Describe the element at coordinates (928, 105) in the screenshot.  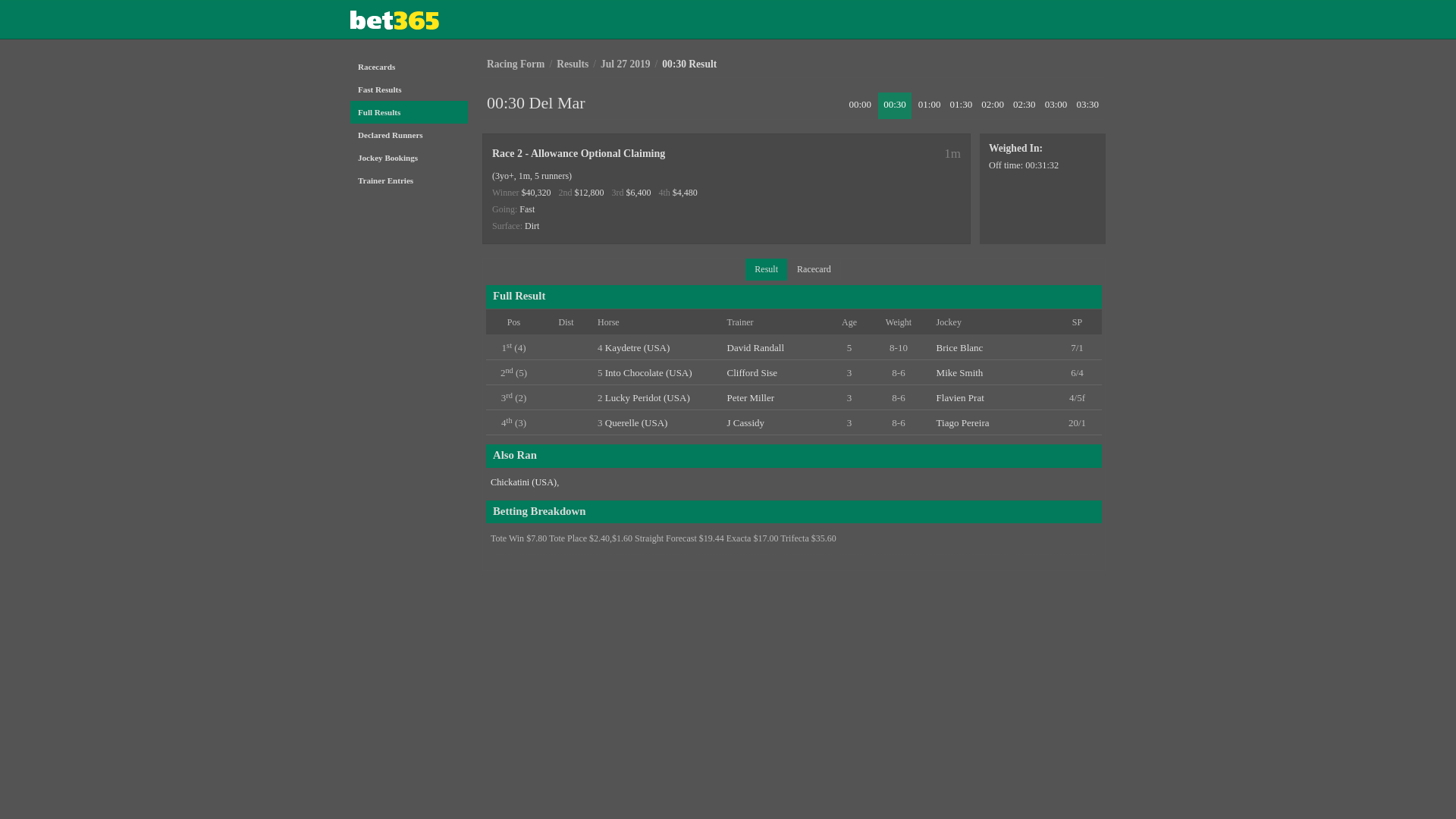
I see `'01:00'` at that location.